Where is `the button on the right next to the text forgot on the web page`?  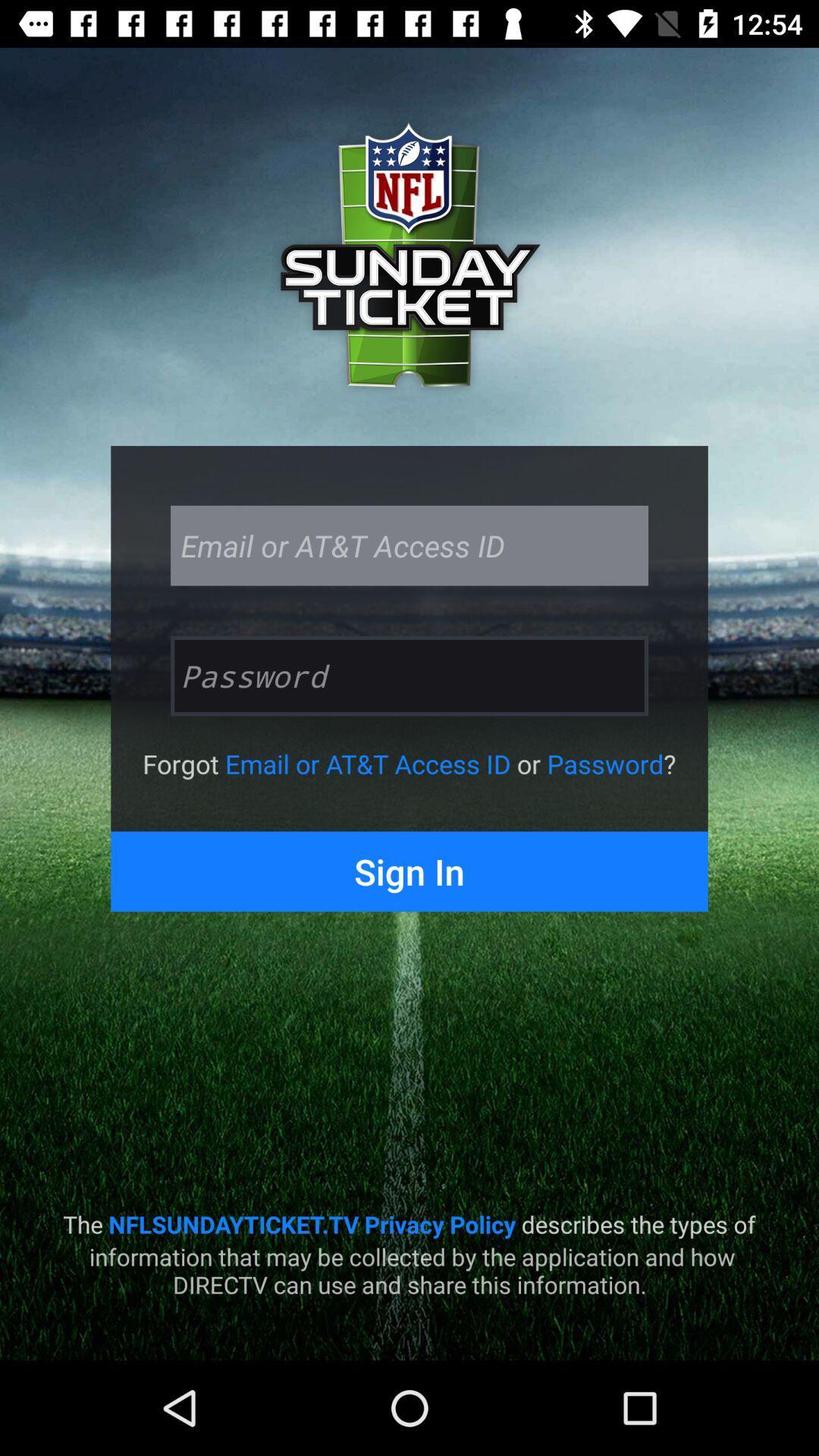 the button on the right next to the text forgot on the web page is located at coordinates (368, 764).